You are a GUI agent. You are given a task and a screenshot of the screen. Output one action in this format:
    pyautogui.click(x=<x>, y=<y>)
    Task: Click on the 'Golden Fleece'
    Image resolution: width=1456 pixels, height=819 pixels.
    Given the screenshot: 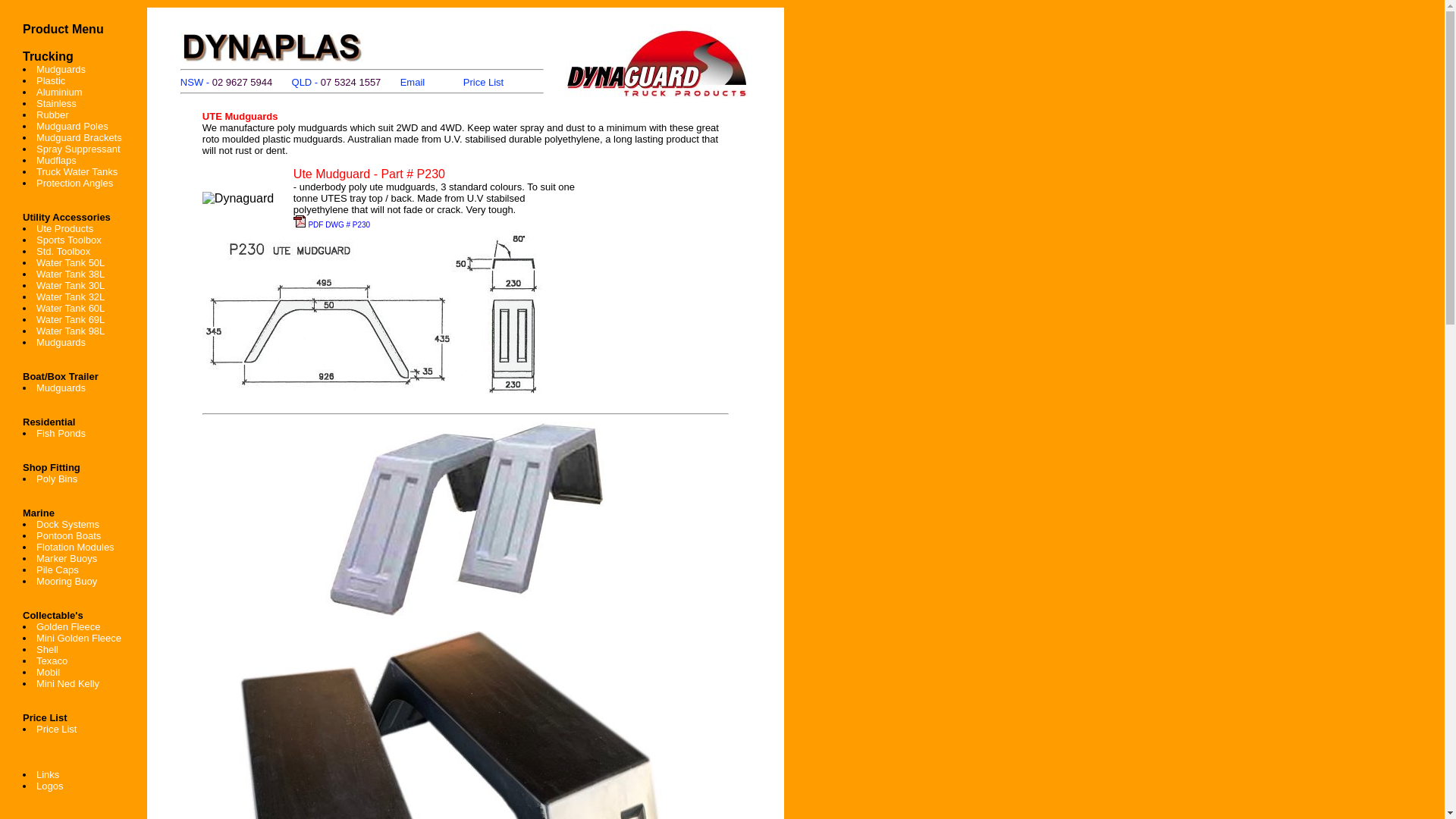 What is the action you would take?
    pyautogui.click(x=67, y=626)
    